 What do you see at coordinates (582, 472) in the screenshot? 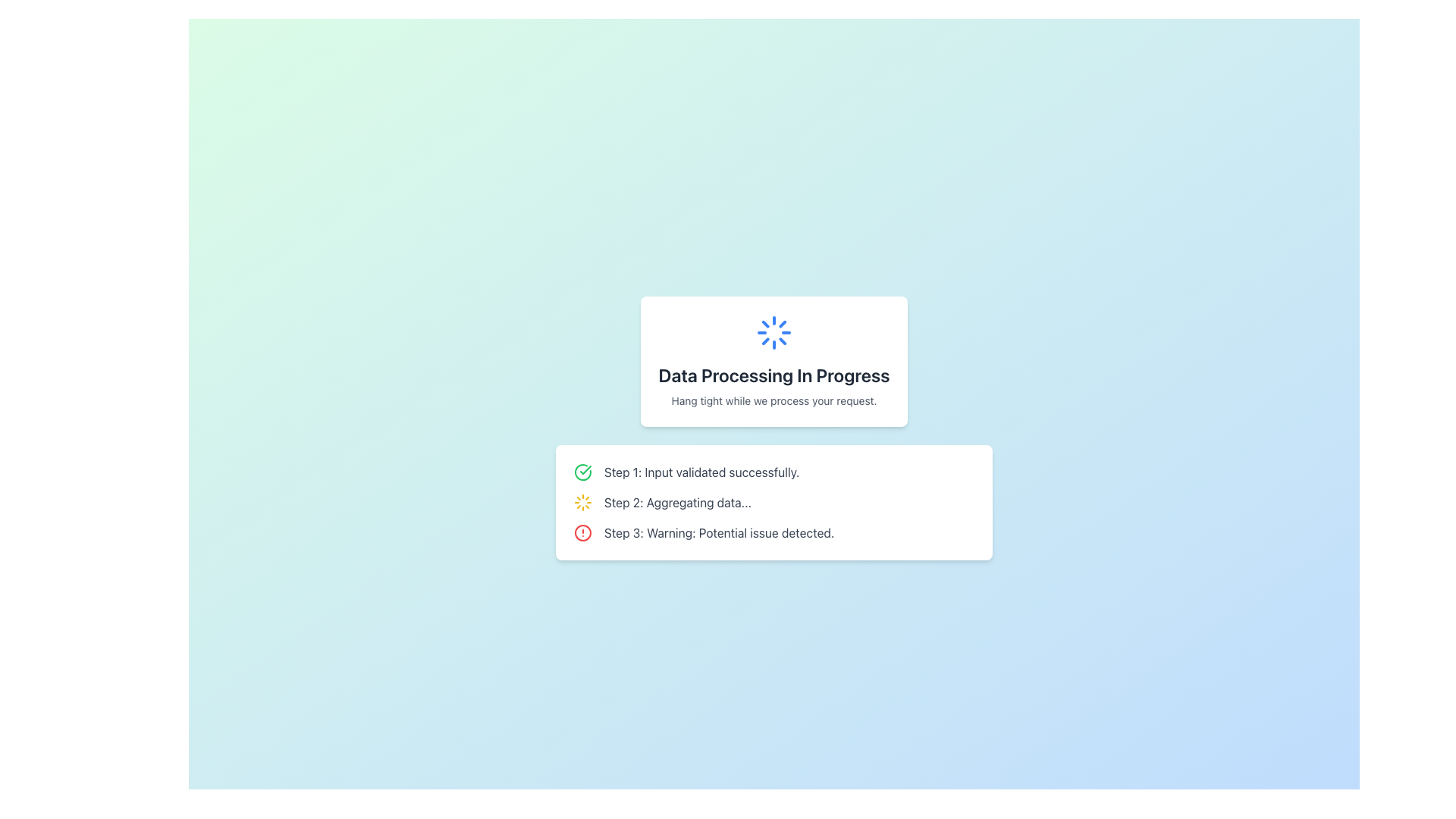
I see `the success icon indicating the completion of Step 1, which is located to the left of the text 'Step 1: Input validated successfully.'` at bounding box center [582, 472].